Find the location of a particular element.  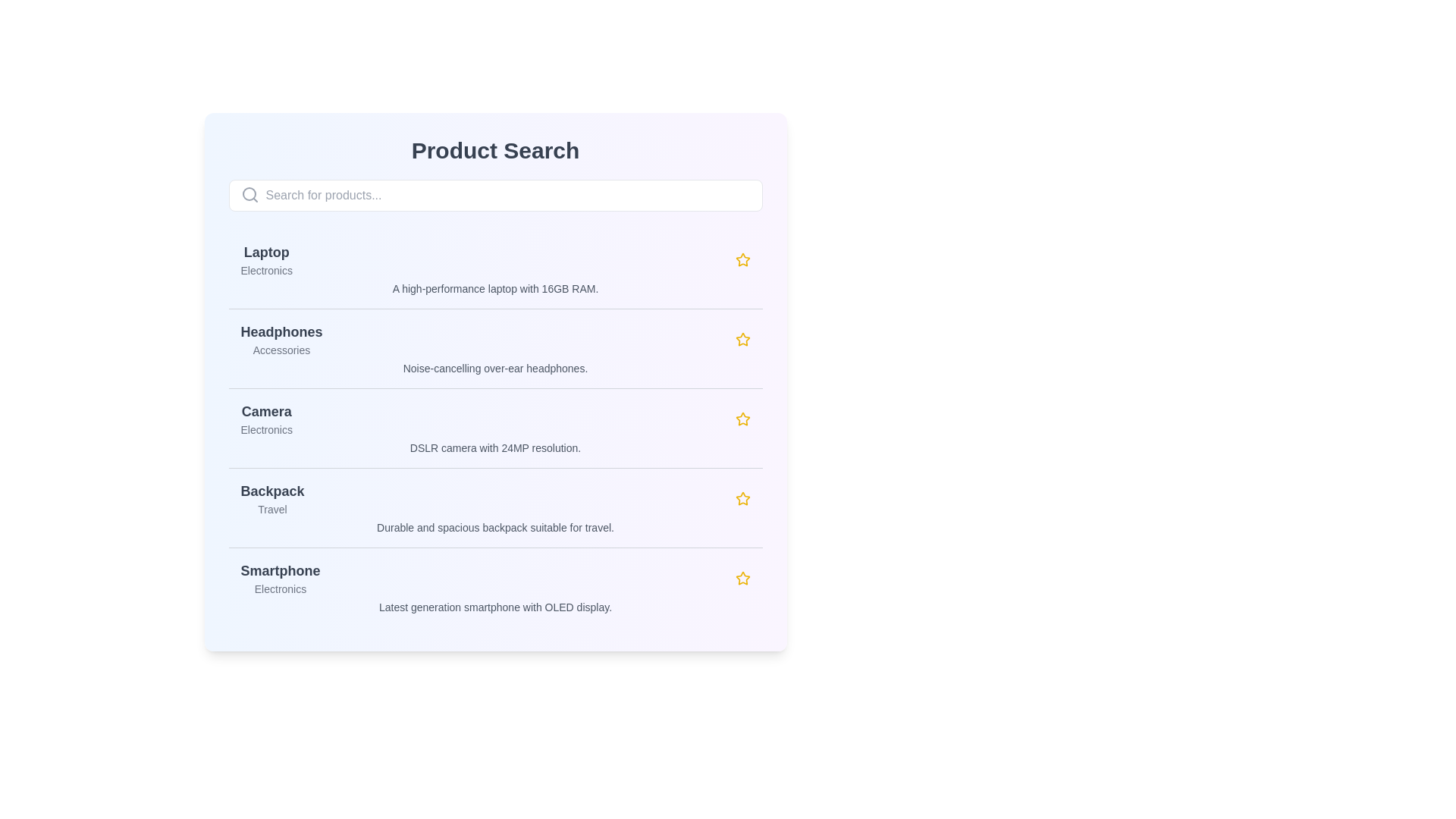

the text label describing the 'Smartphone' product category, which is located beneath 'Electronics' and to the left of the favorite star icon is located at coordinates (495, 607).